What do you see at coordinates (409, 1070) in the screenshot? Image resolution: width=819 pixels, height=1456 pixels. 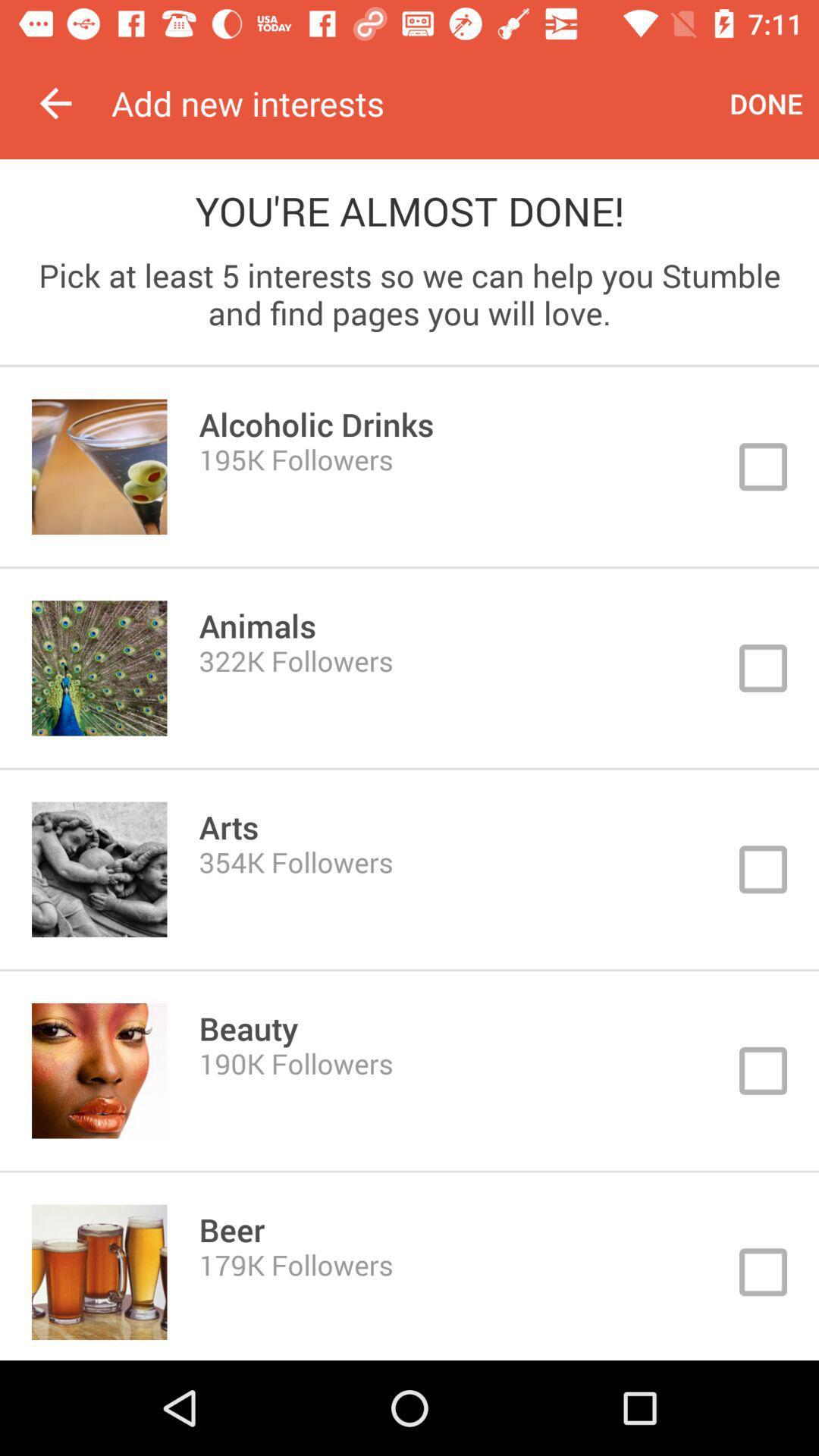 I see `option button` at bounding box center [409, 1070].